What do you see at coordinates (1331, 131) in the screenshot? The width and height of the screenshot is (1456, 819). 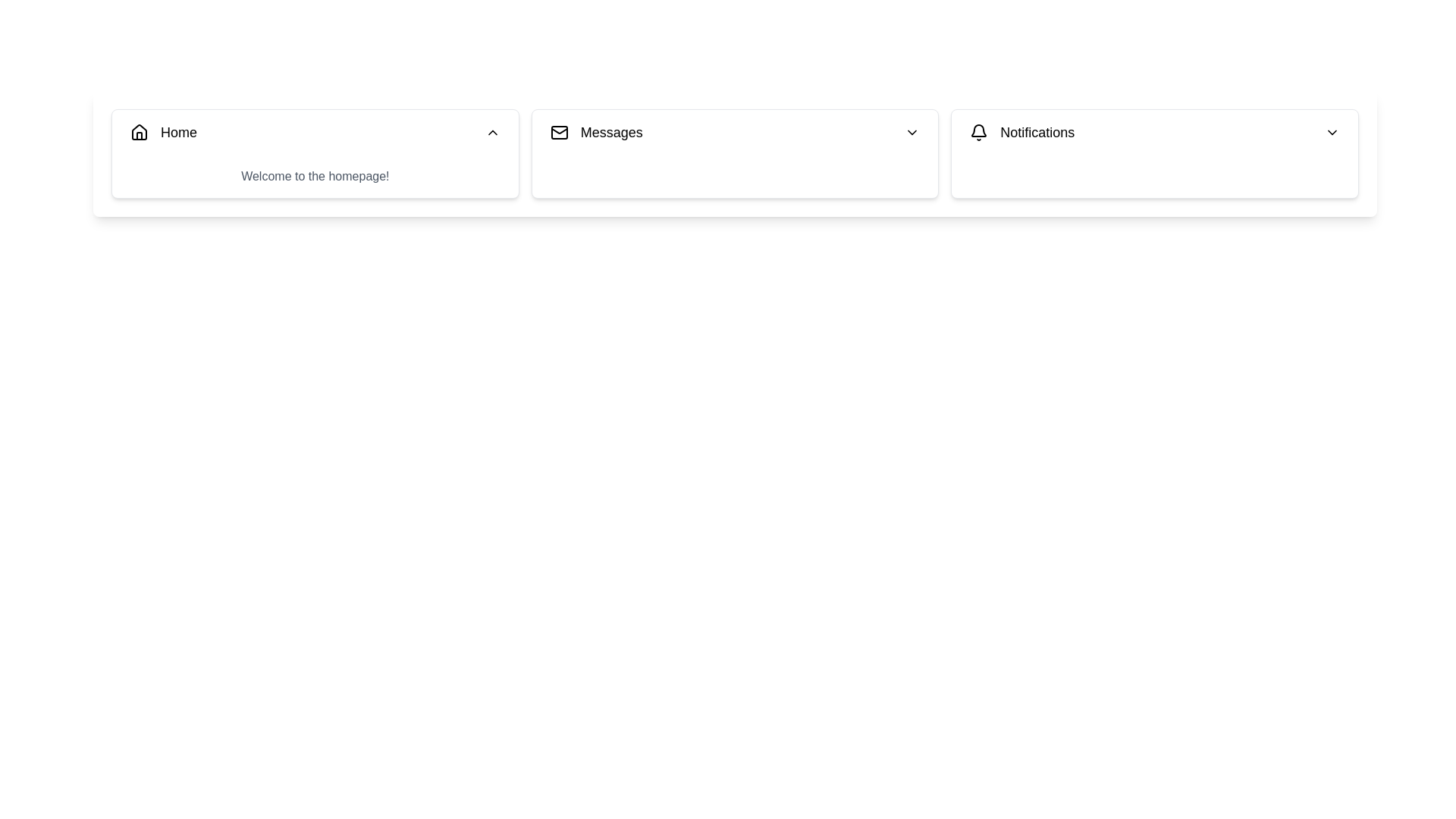 I see `the downward-pointing chevron icon located at the far-right side of the 'Notifications' section in the toolbar` at bounding box center [1331, 131].